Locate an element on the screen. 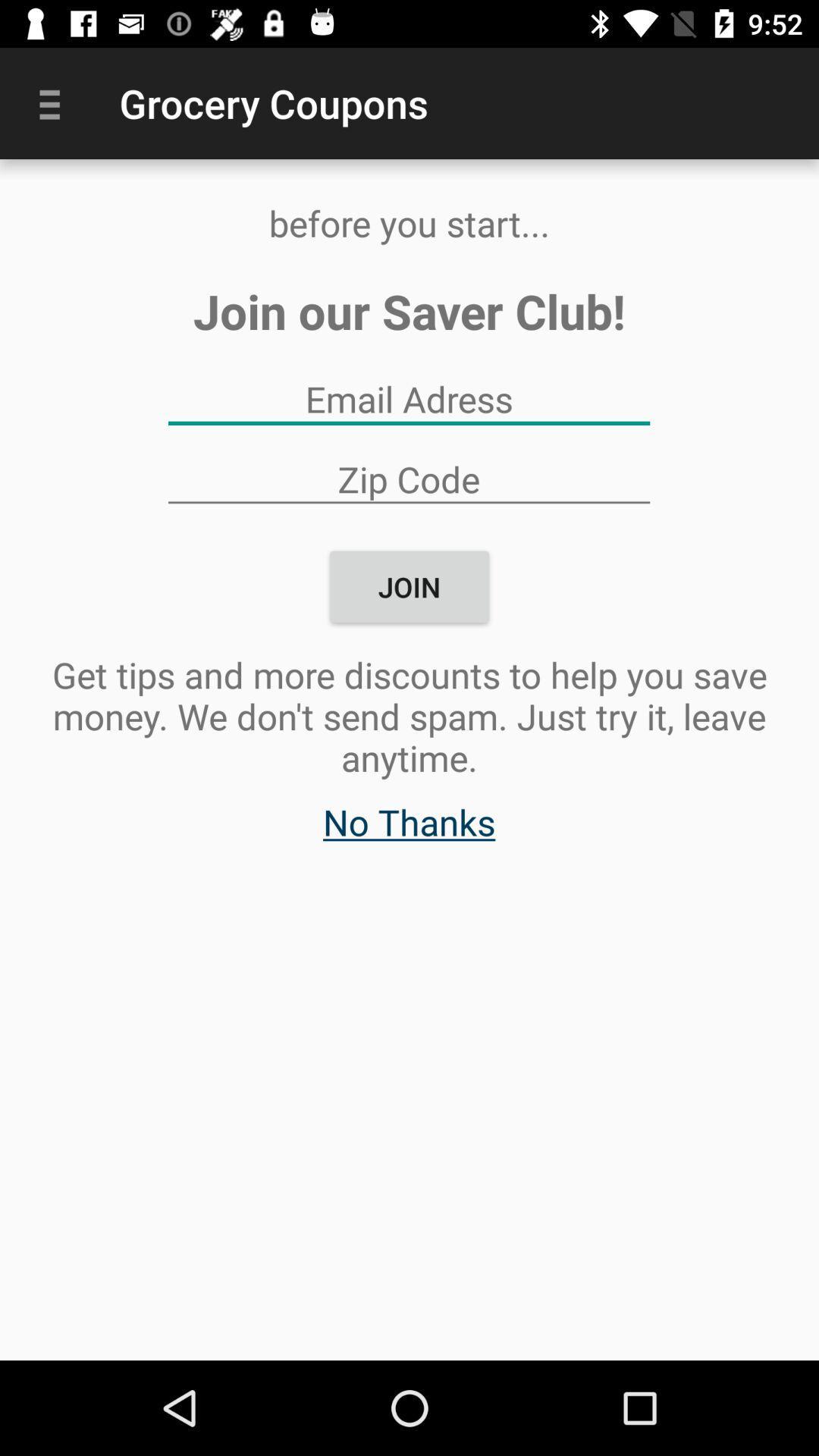  the app to the left of the grocery coupons app is located at coordinates (55, 102).